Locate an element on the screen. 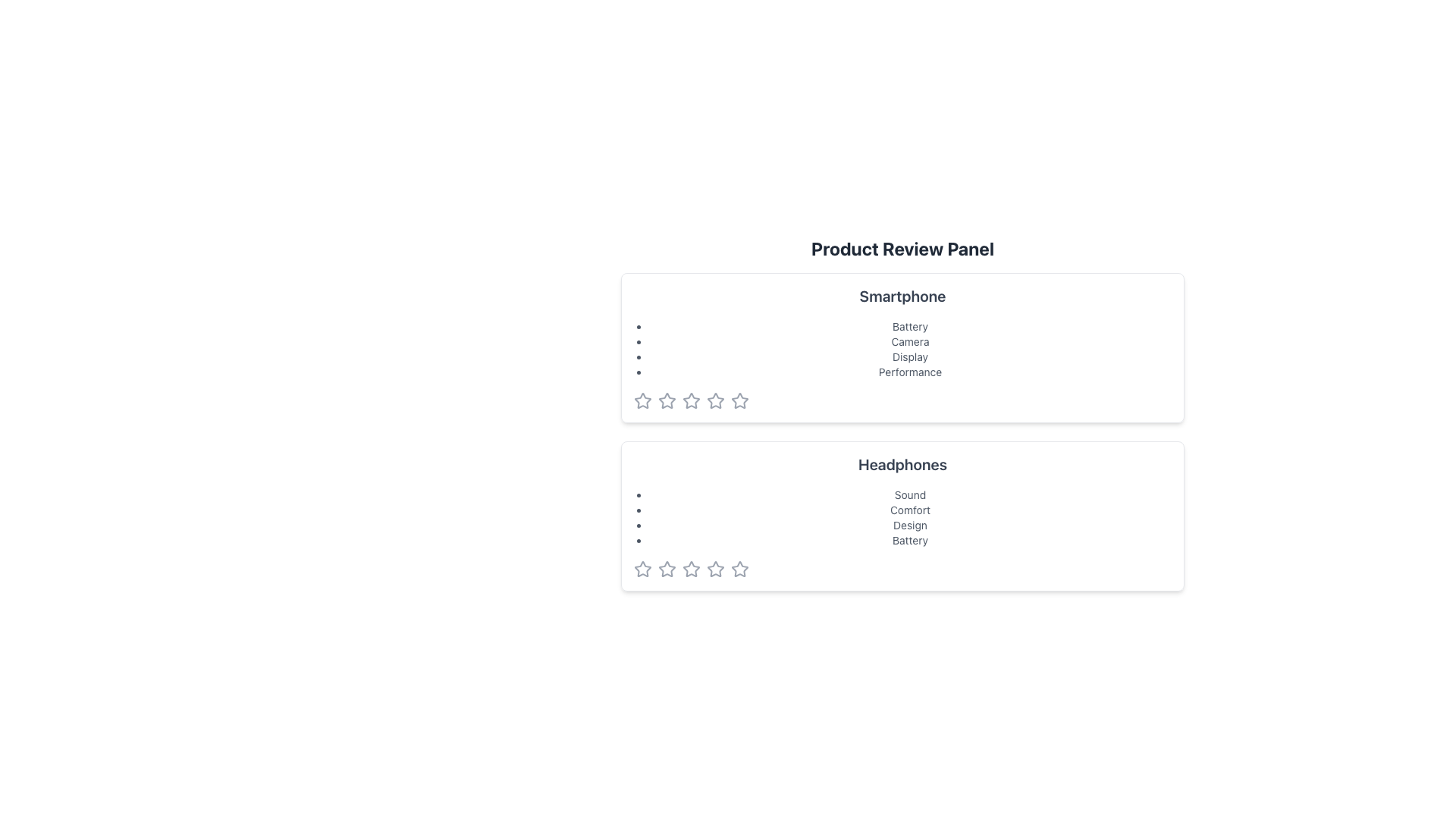  the text label displaying 'Camera', which is the second item in the bullet-point list under 'Smartphone' is located at coordinates (910, 342).